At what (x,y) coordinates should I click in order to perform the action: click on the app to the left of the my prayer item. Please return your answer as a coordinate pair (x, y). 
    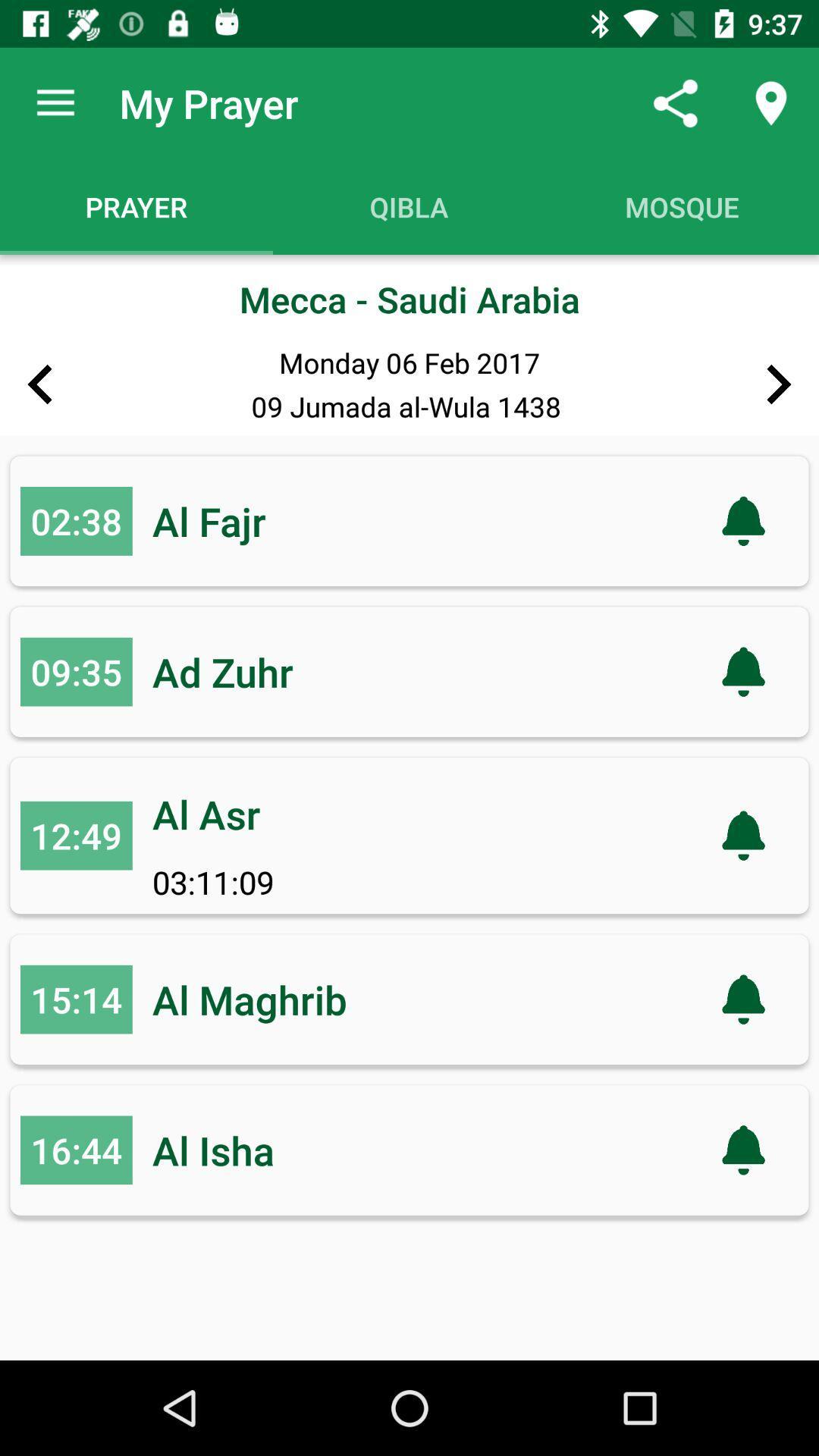
    Looking at the image, I should click on (55, 102).